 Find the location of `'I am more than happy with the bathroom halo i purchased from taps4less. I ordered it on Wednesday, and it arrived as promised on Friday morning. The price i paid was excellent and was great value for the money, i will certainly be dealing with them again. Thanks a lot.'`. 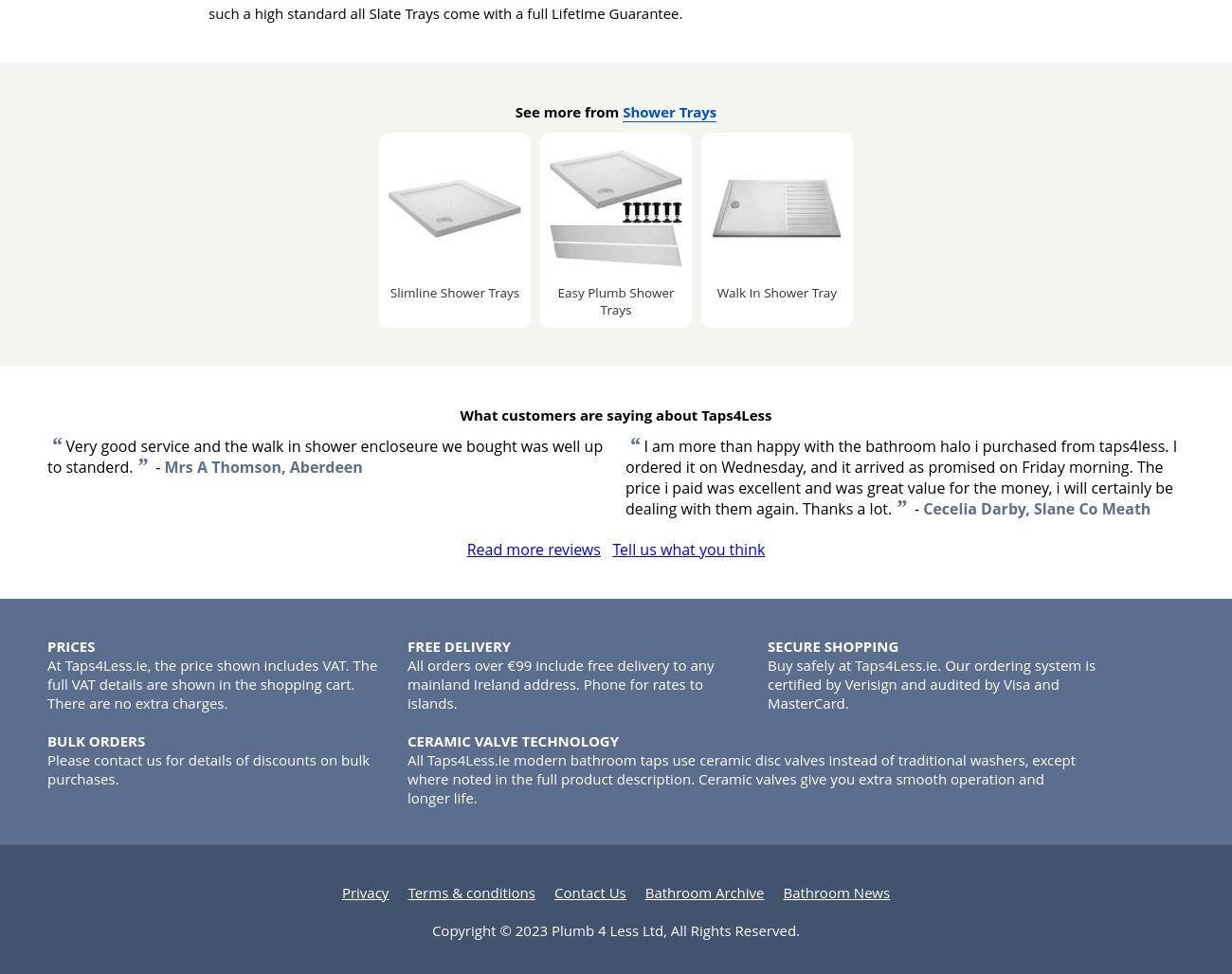

'I am more than happy with the bathroom halo i purchased from taps4less. I ordered it on Wednesday, and it arrived as promised on Friday morning. The price i paid was excellent and was great value for the money, i will certainly be dealing with them again. Thanks a lot.' is located at coordinates (900, 477).